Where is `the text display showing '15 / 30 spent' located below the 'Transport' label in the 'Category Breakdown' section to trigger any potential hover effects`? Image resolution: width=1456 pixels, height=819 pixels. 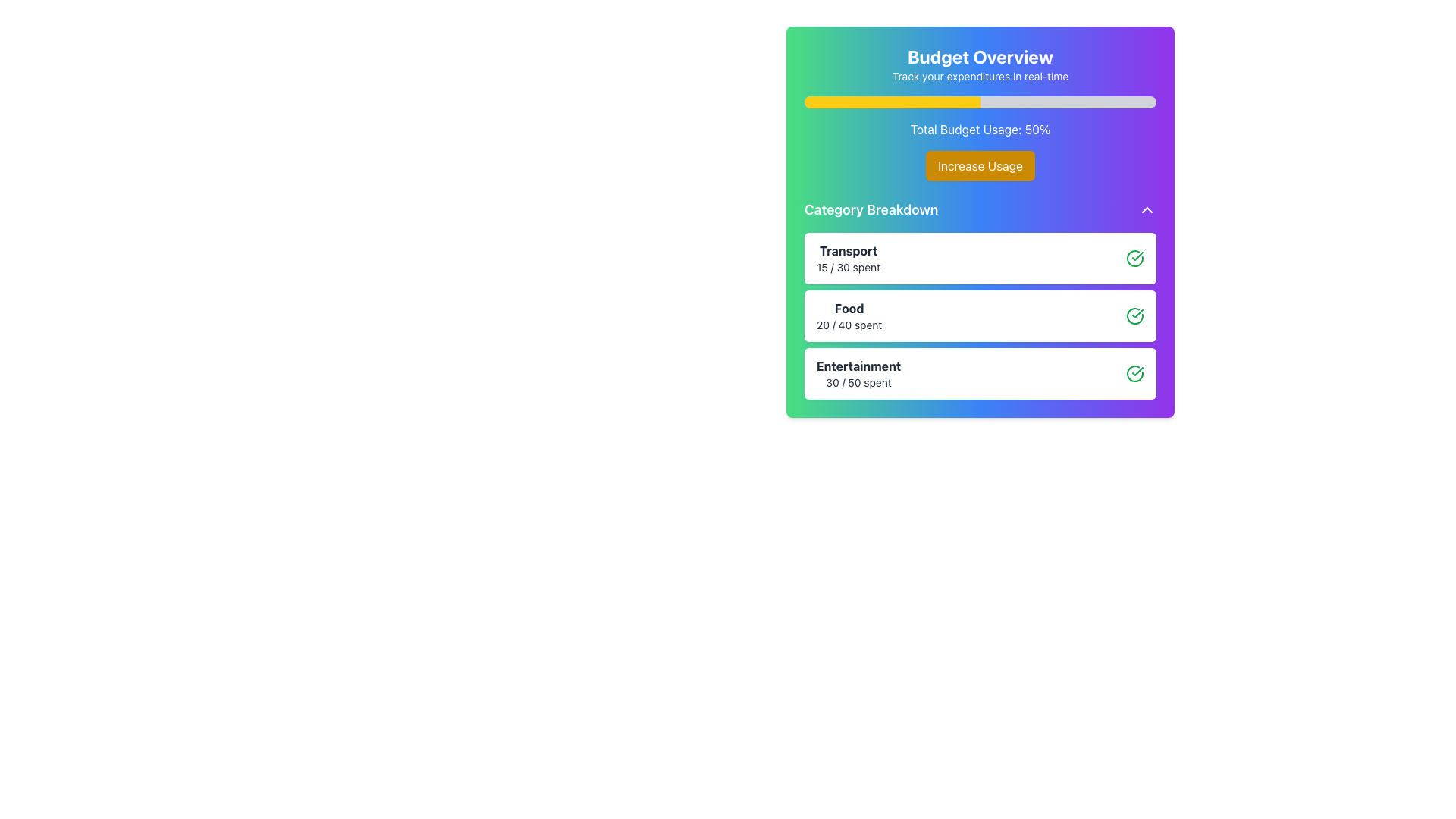
the text display showing '15 / 30 spent' located below the 'Transport' label in the 'Category Breakdown' section to trigger any potential hover effects is located at coordinates (847, 267).